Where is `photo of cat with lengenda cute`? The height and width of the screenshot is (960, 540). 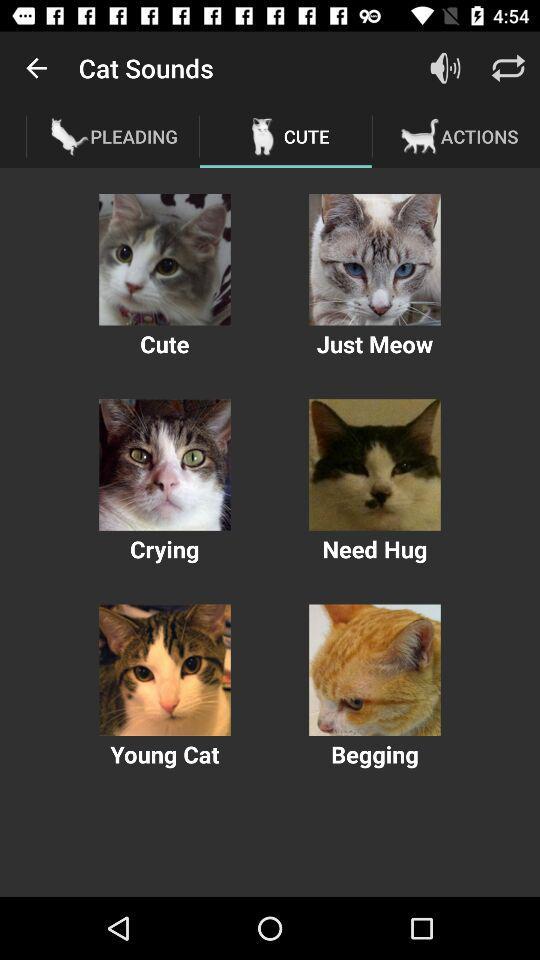
photo of cat with lengenda cute is located at coordinates (164, 258).